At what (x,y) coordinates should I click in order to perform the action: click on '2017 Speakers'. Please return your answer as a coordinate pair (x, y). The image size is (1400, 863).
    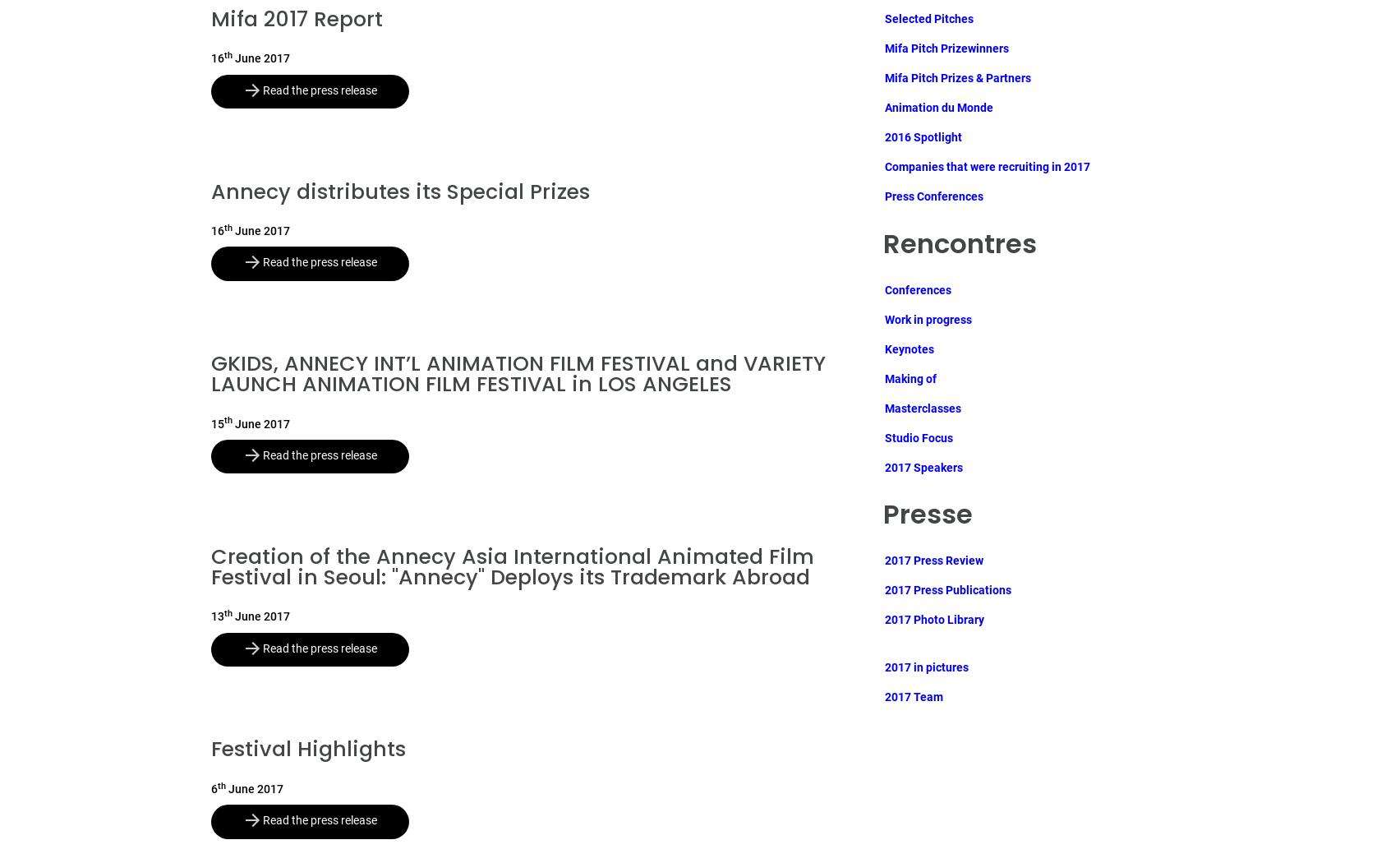
    Looking at the image, I should click on (923, 466).